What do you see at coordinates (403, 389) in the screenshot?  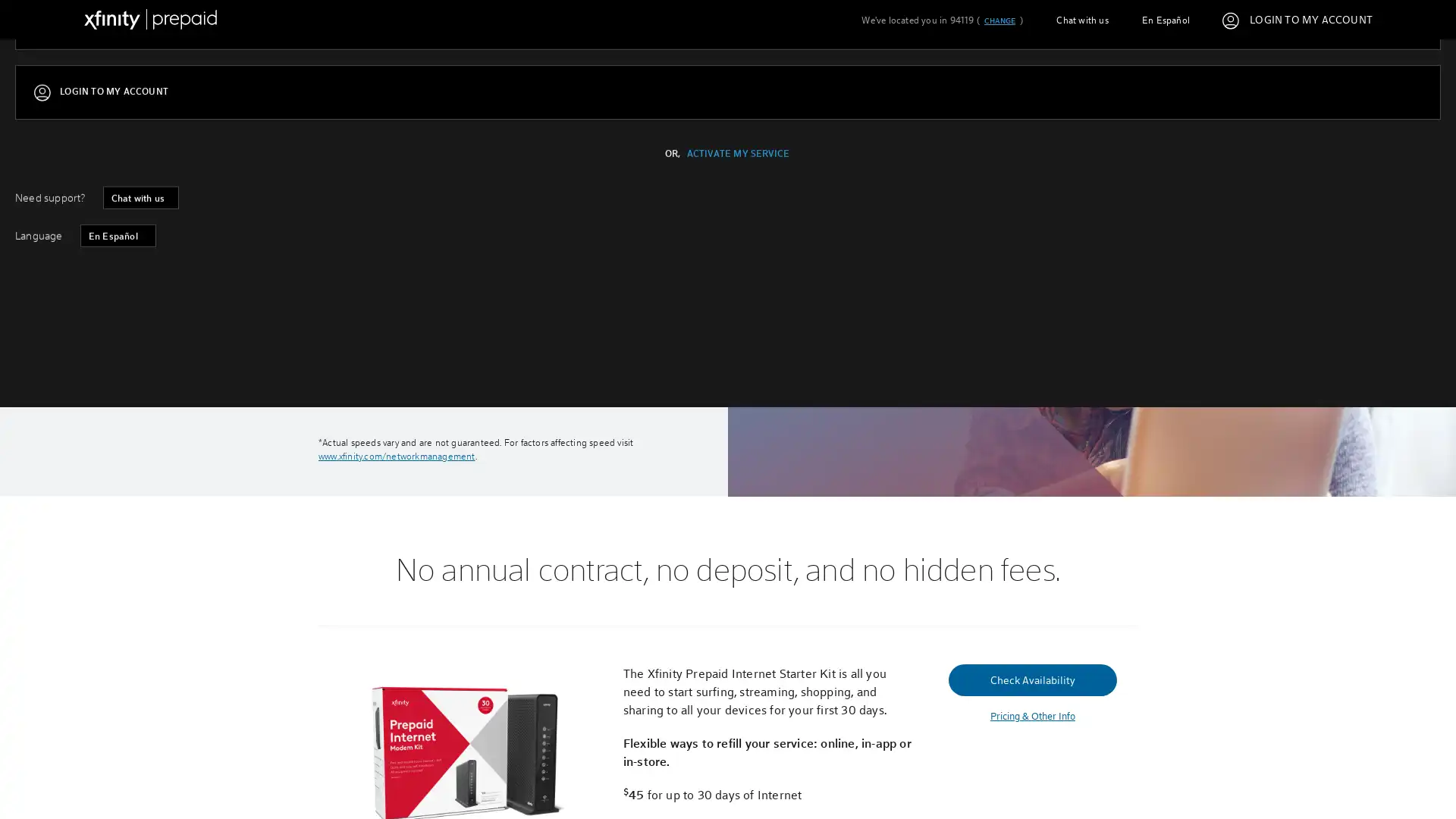 I see `Pricing & Other Info` at bounding box center [403, 389].